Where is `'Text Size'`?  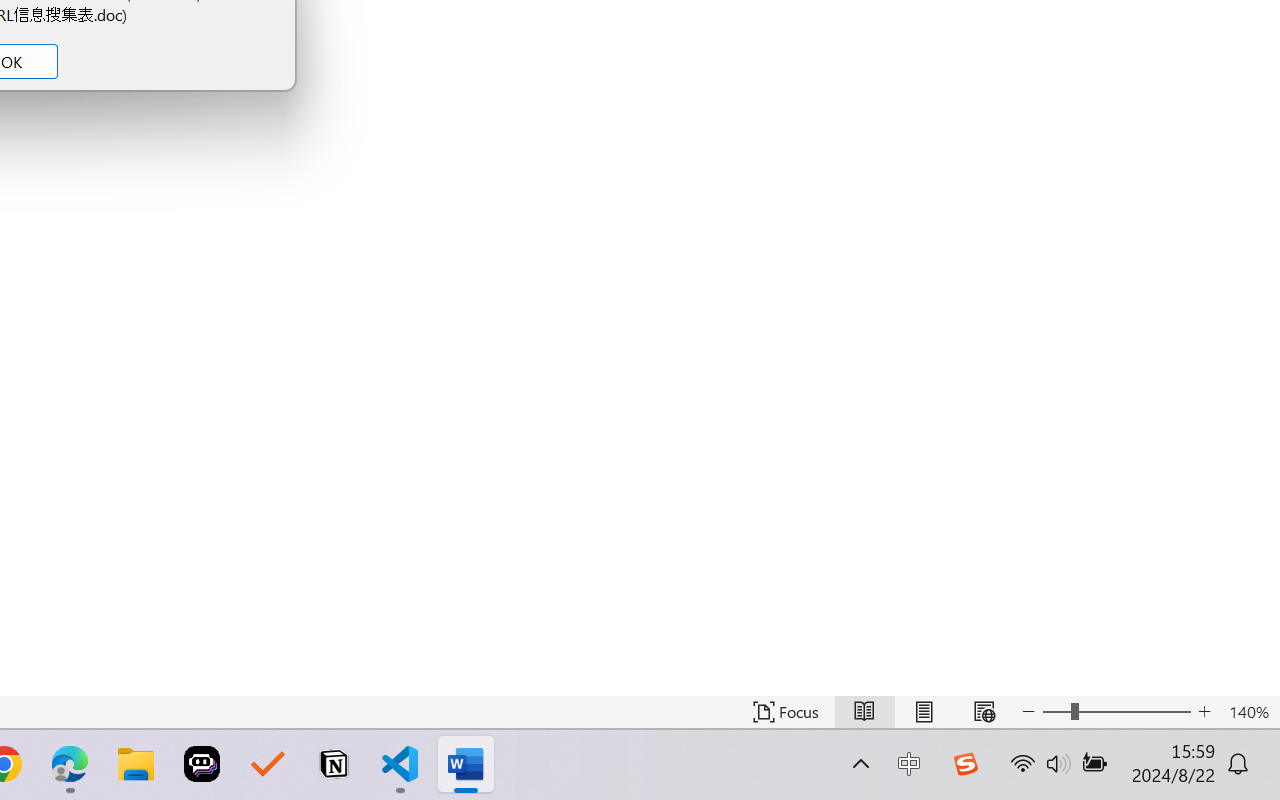 'Text Size' is located at coordinates (1115, 711).